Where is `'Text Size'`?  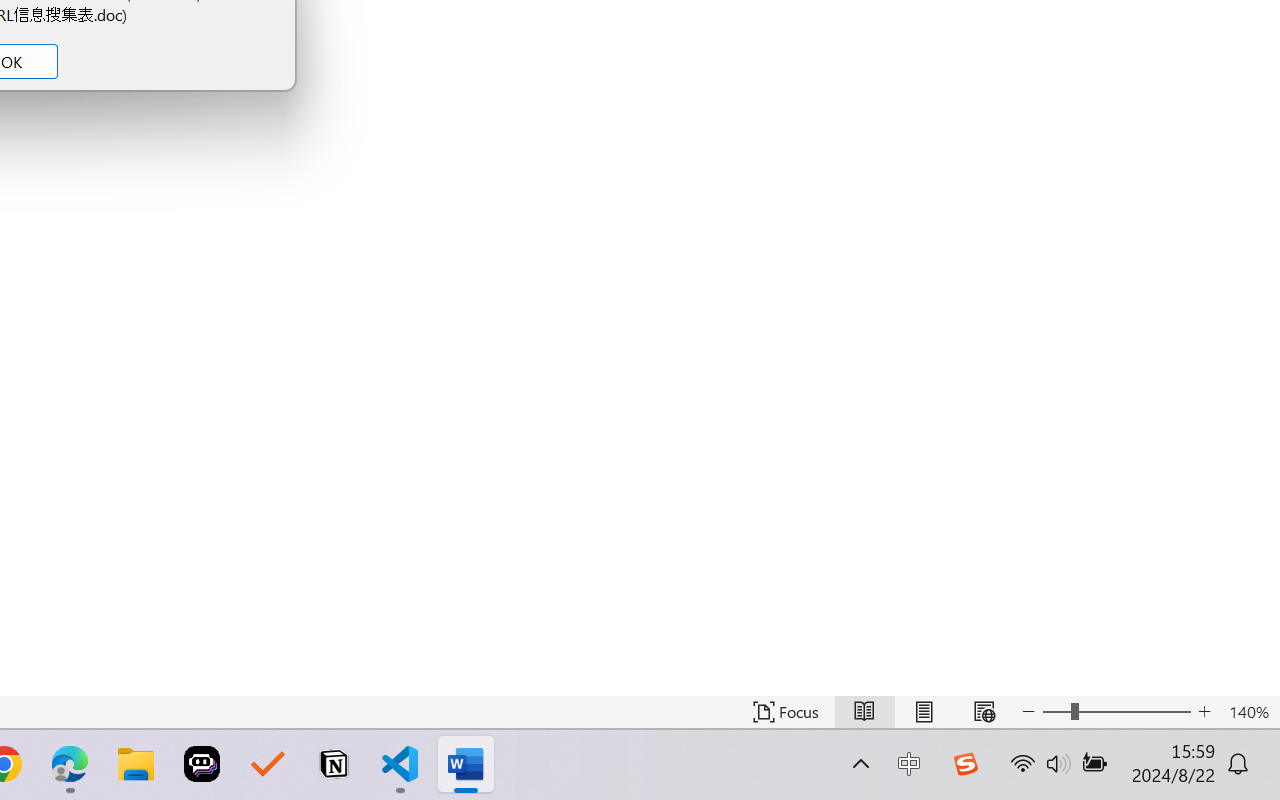 'Text Size' is located at coordinates (1115, 711).